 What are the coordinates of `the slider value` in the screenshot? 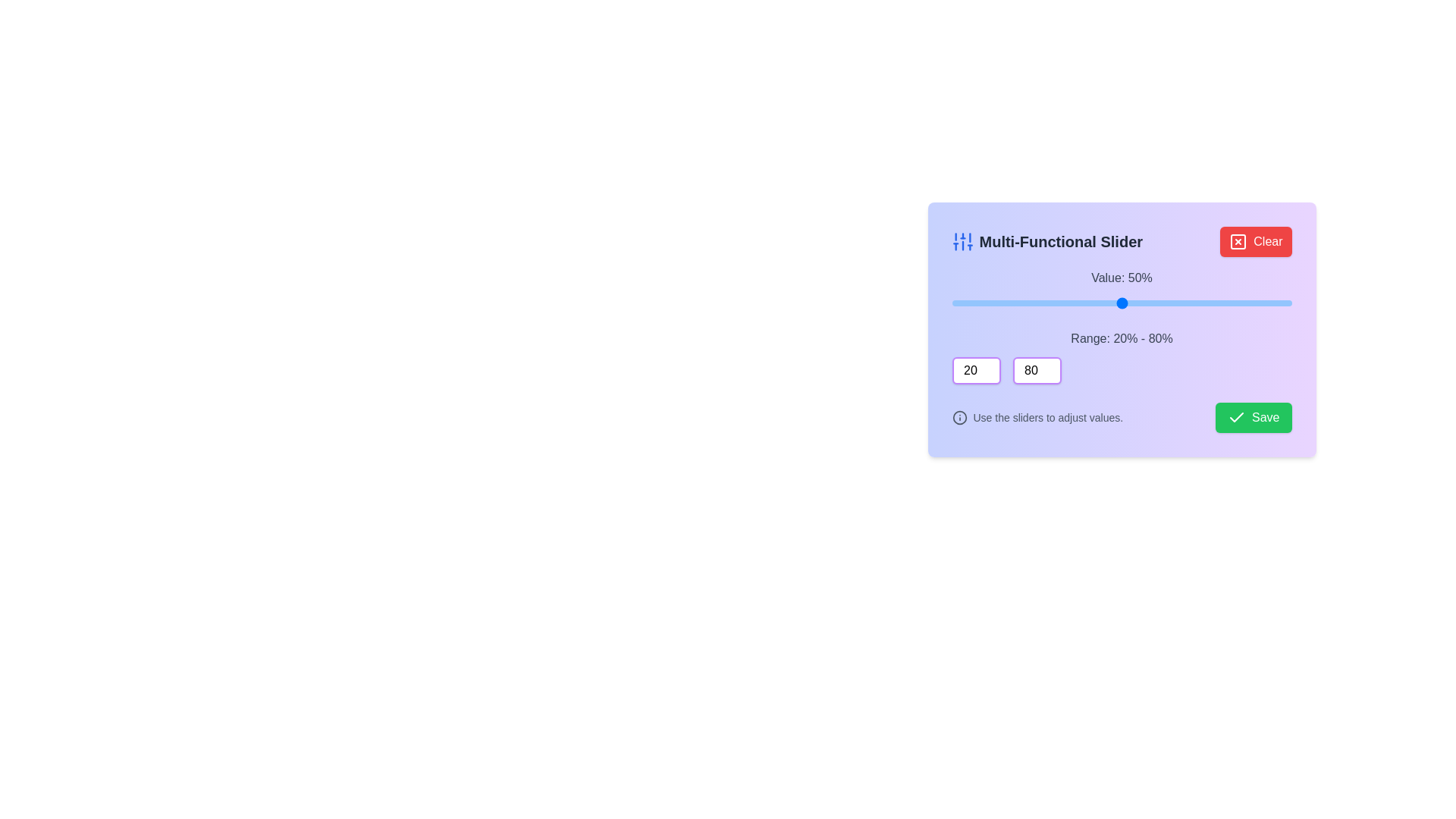 It's located at (1009, 303).